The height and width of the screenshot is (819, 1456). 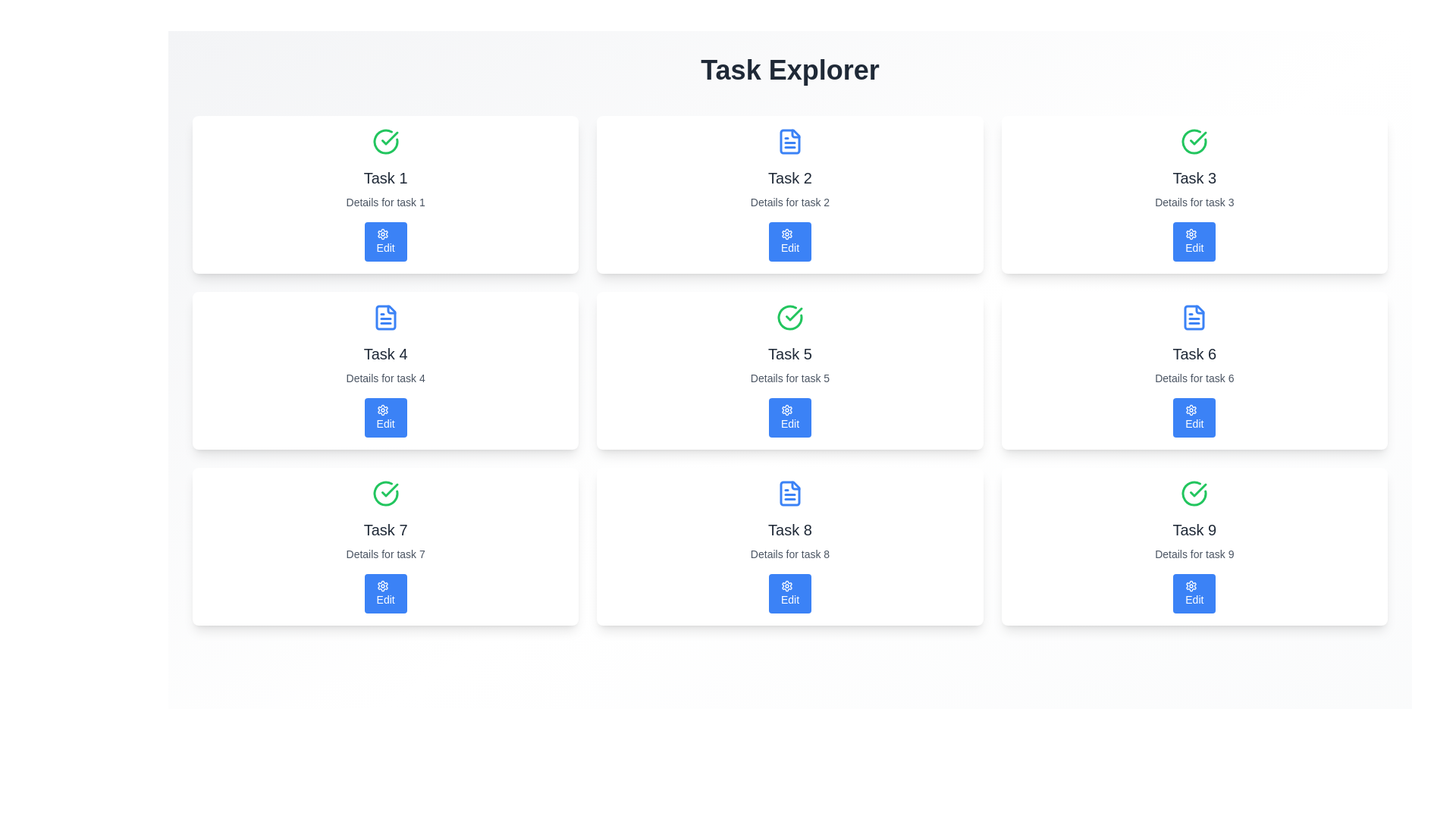 I want to click on the button located in the bottom section of the 'Task 5' card to initiate the task editing process, so click(x=789, y=418).